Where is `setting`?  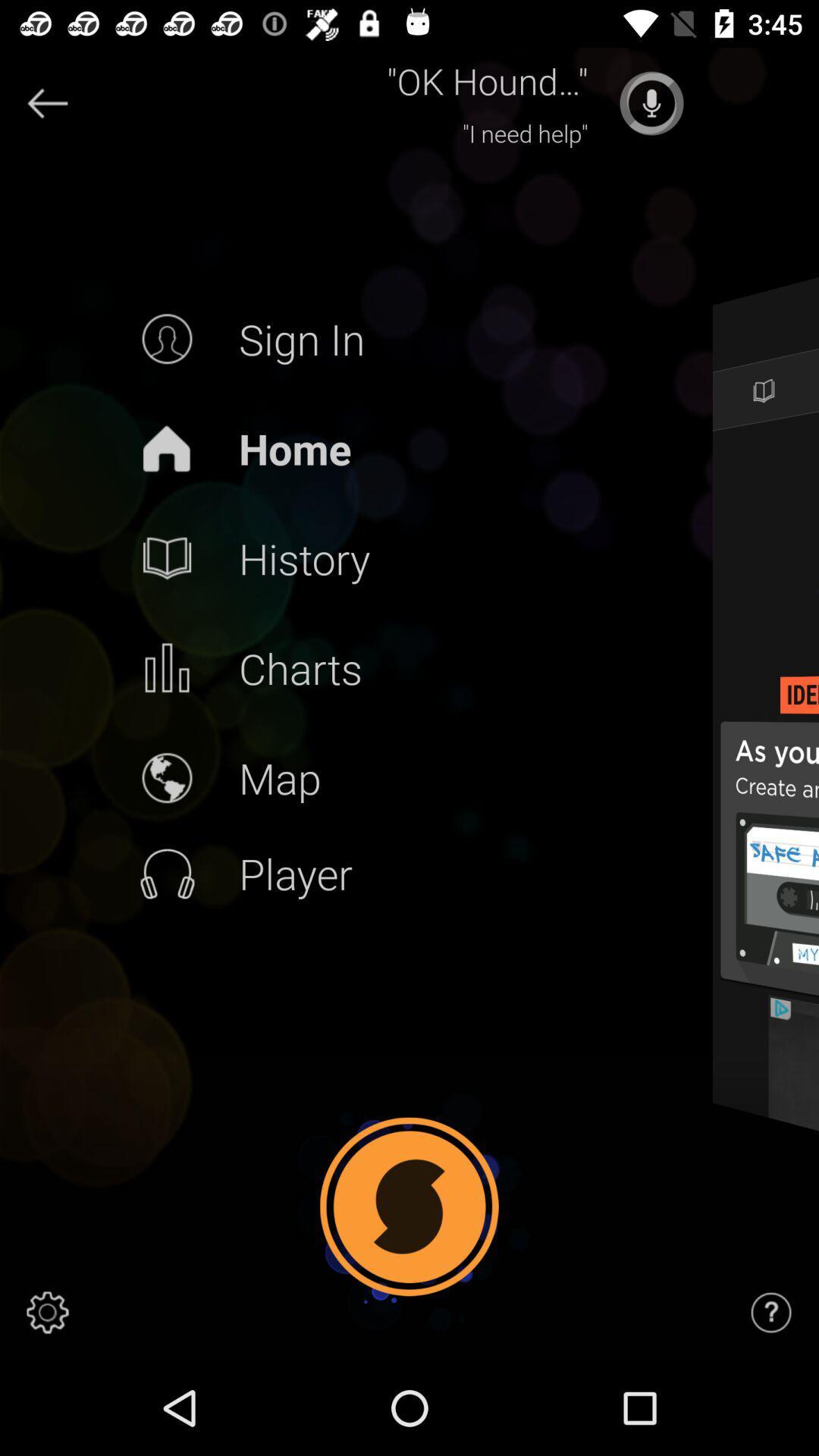 setting is located at coordinates (46, 1312).